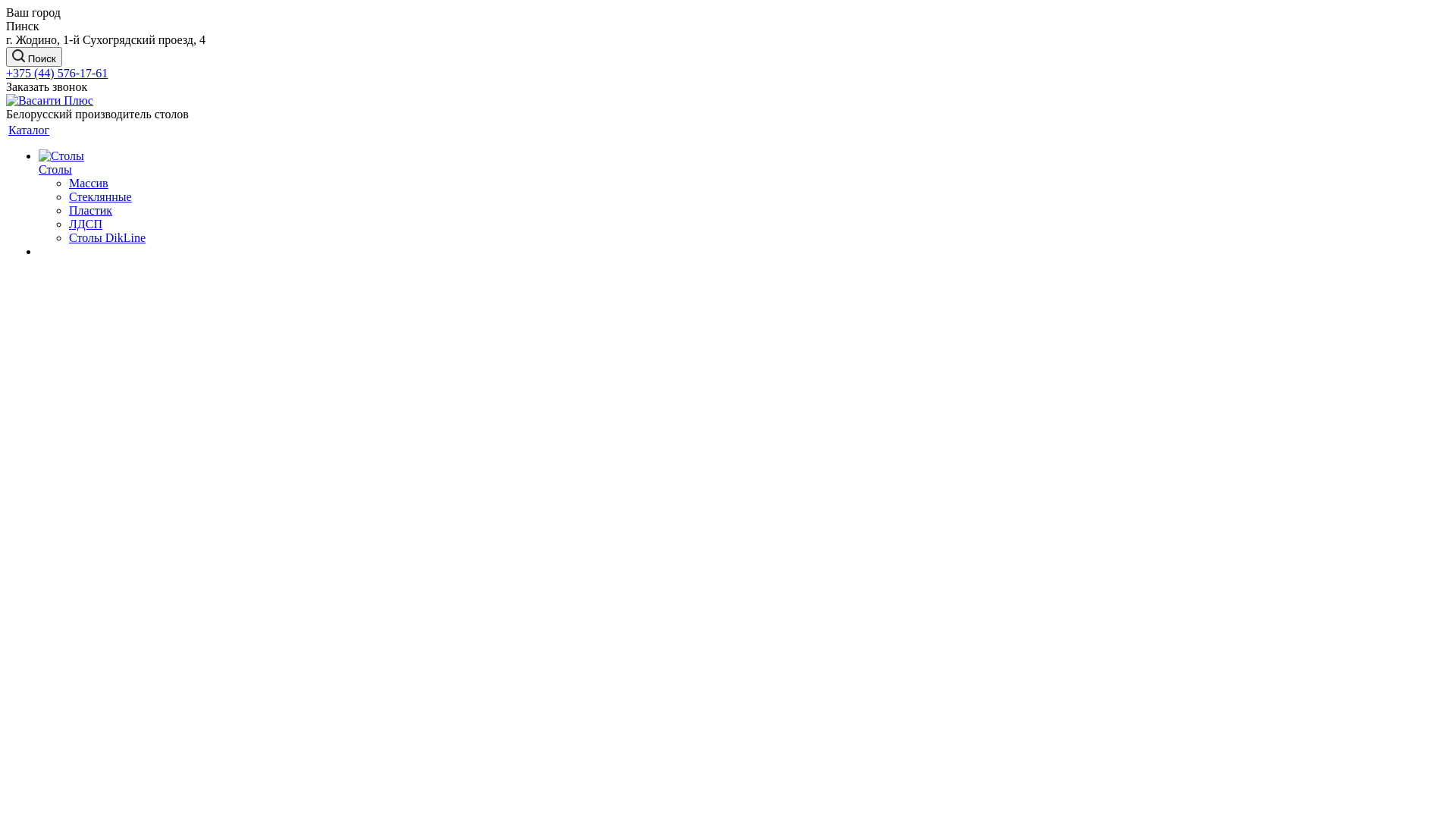 The image size is (1456, 819). I want to click on '+375 (44) 576-17-61', so click(57, 73).